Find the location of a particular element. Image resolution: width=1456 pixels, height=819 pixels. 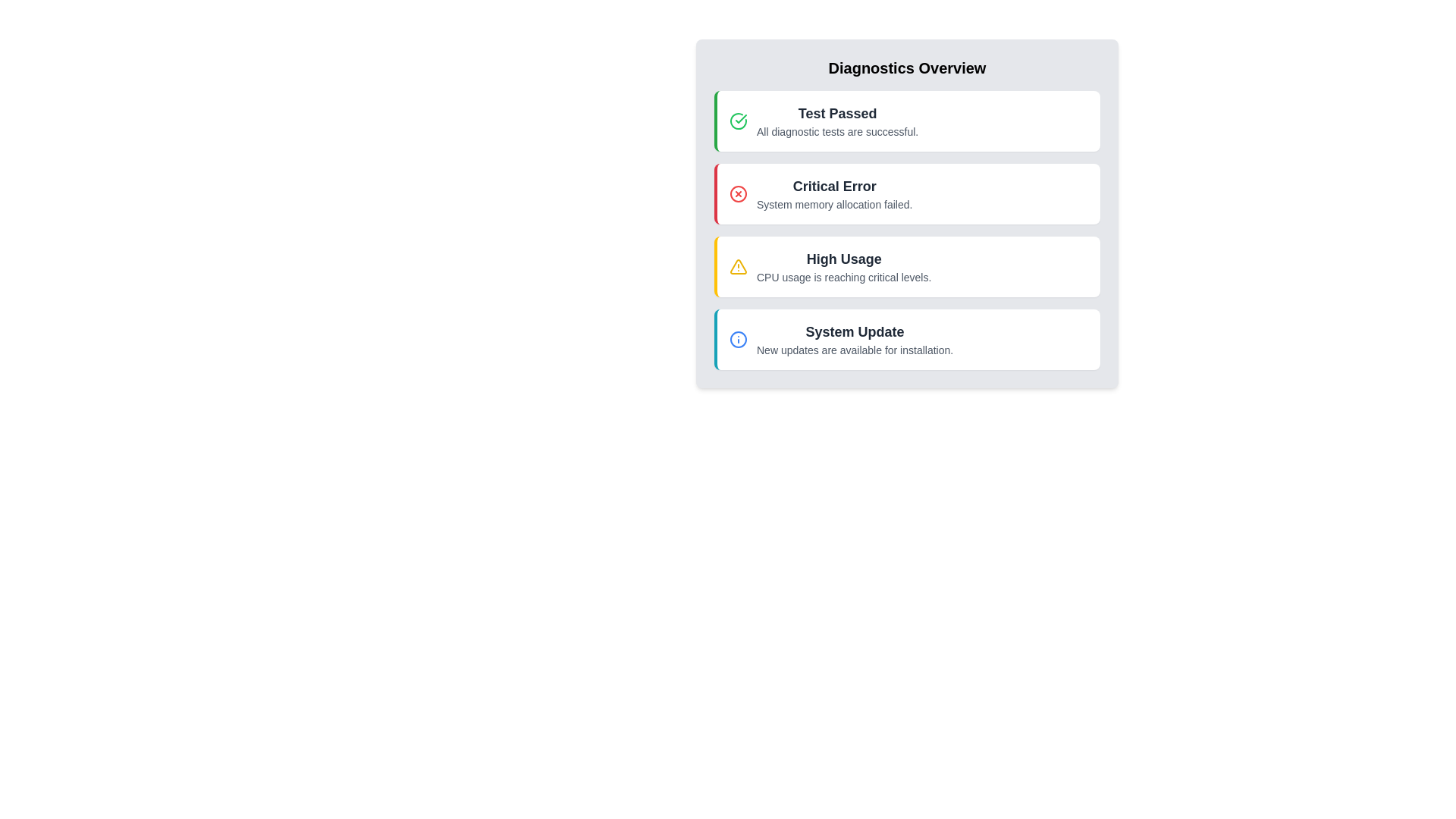

message displayed in the text node that says 'System memory allocation failed.' which is located below the 'Critical Error' title in the gray card is located at coordinates (833, 205).